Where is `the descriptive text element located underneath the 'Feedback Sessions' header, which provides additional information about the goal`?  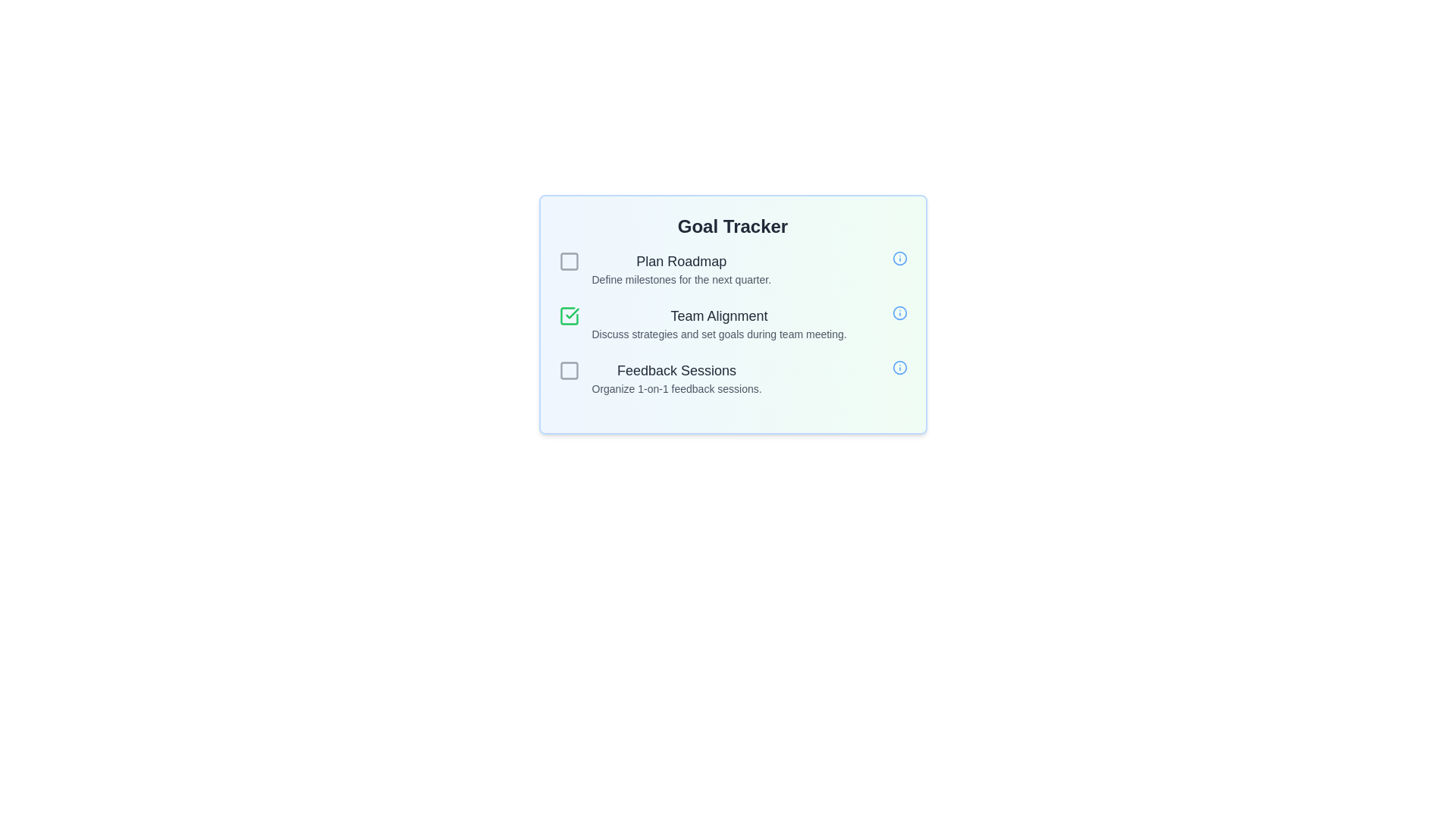
the descriptive text element located underneath the 'Feedback Sessions' header, which provides additional information about the goal is located at coordinates (676, 388).